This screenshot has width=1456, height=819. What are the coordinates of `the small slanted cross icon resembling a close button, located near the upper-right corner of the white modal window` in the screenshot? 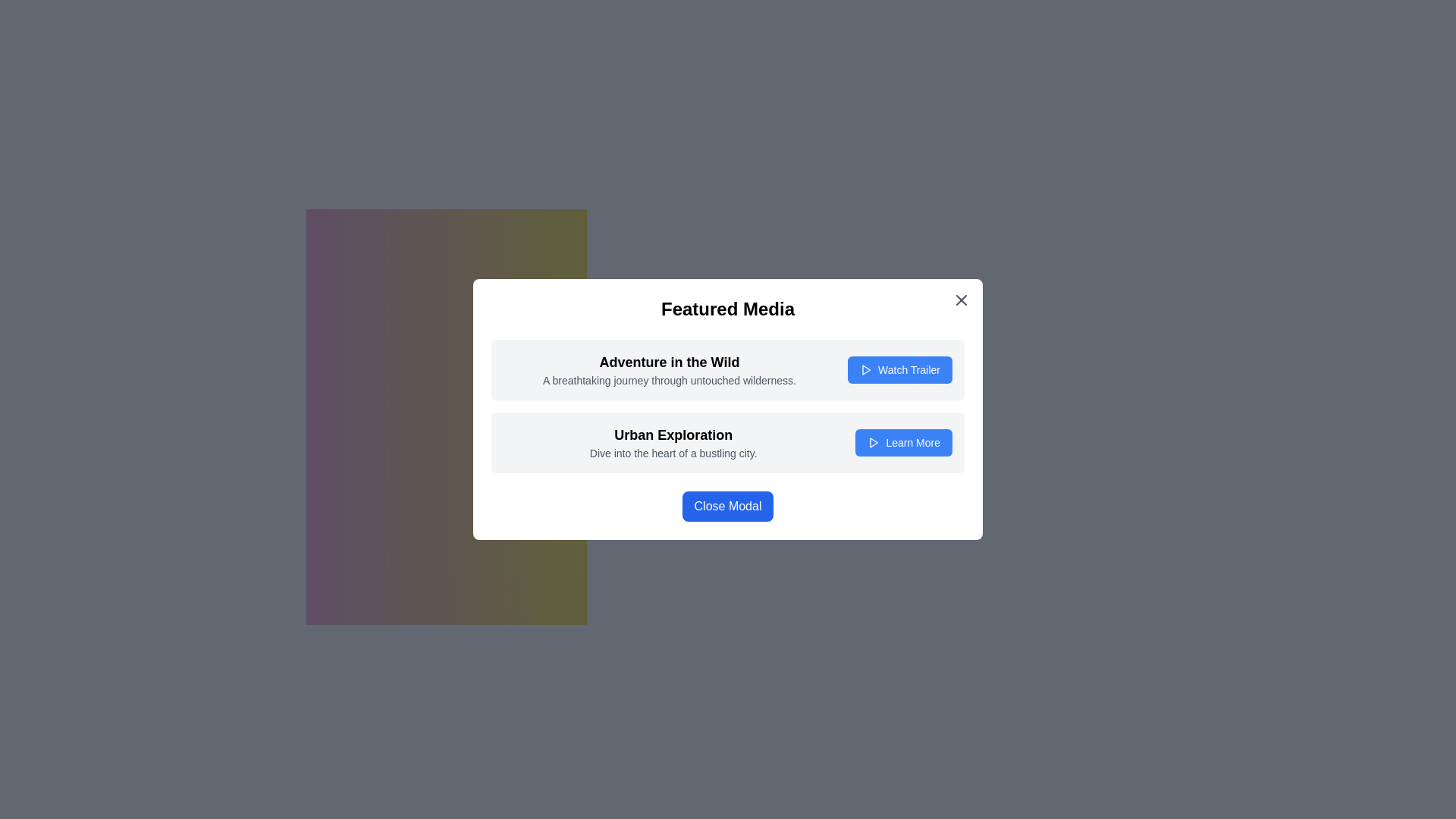 It's located at (960, 300).